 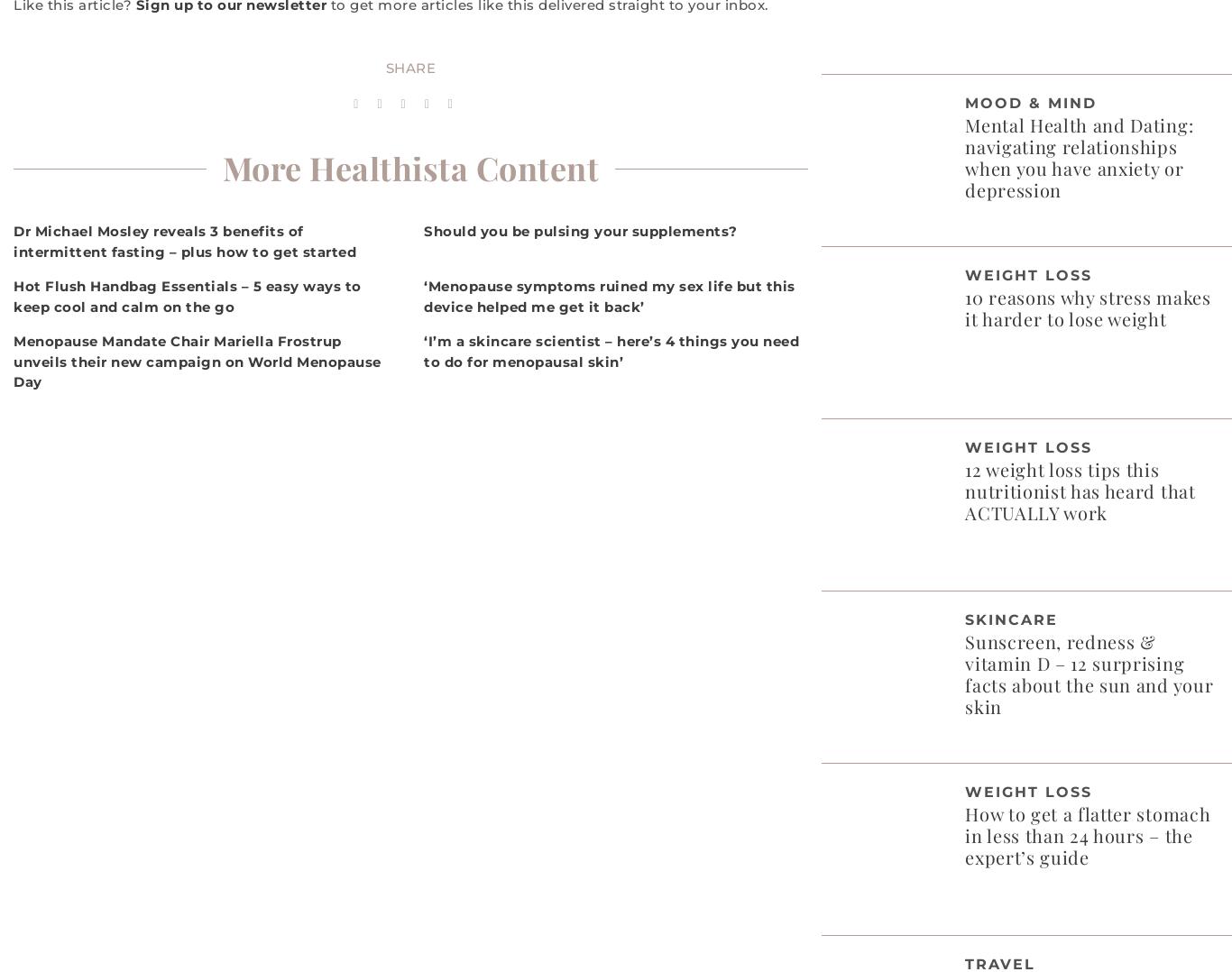 What do you see at coordinates (1030, 101) in the screenshot?
I see `'Mood & Mind'` at bounding box center [1030, 101].